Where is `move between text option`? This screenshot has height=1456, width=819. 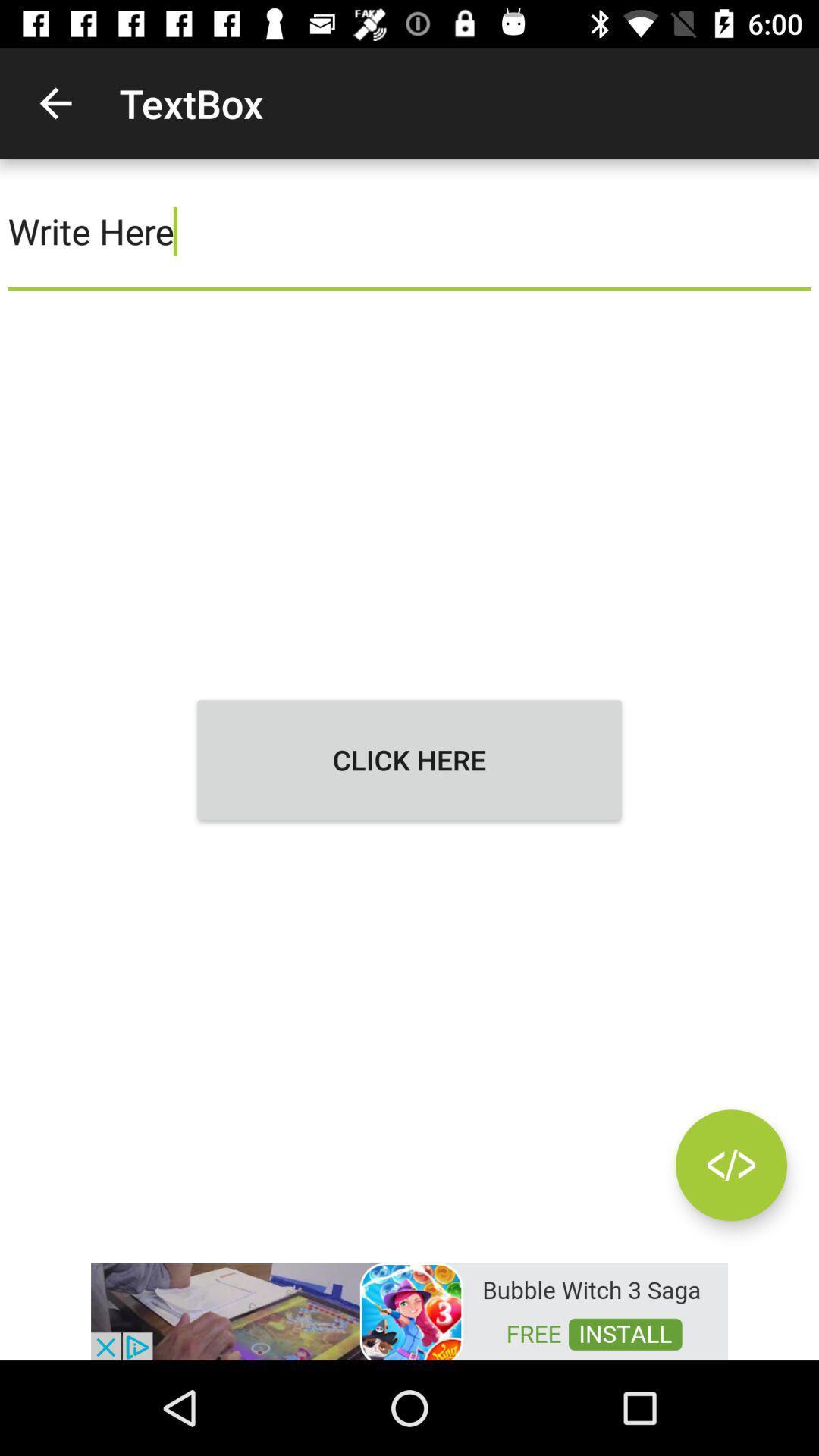 move between text option is located at coordinates (730, 1164).